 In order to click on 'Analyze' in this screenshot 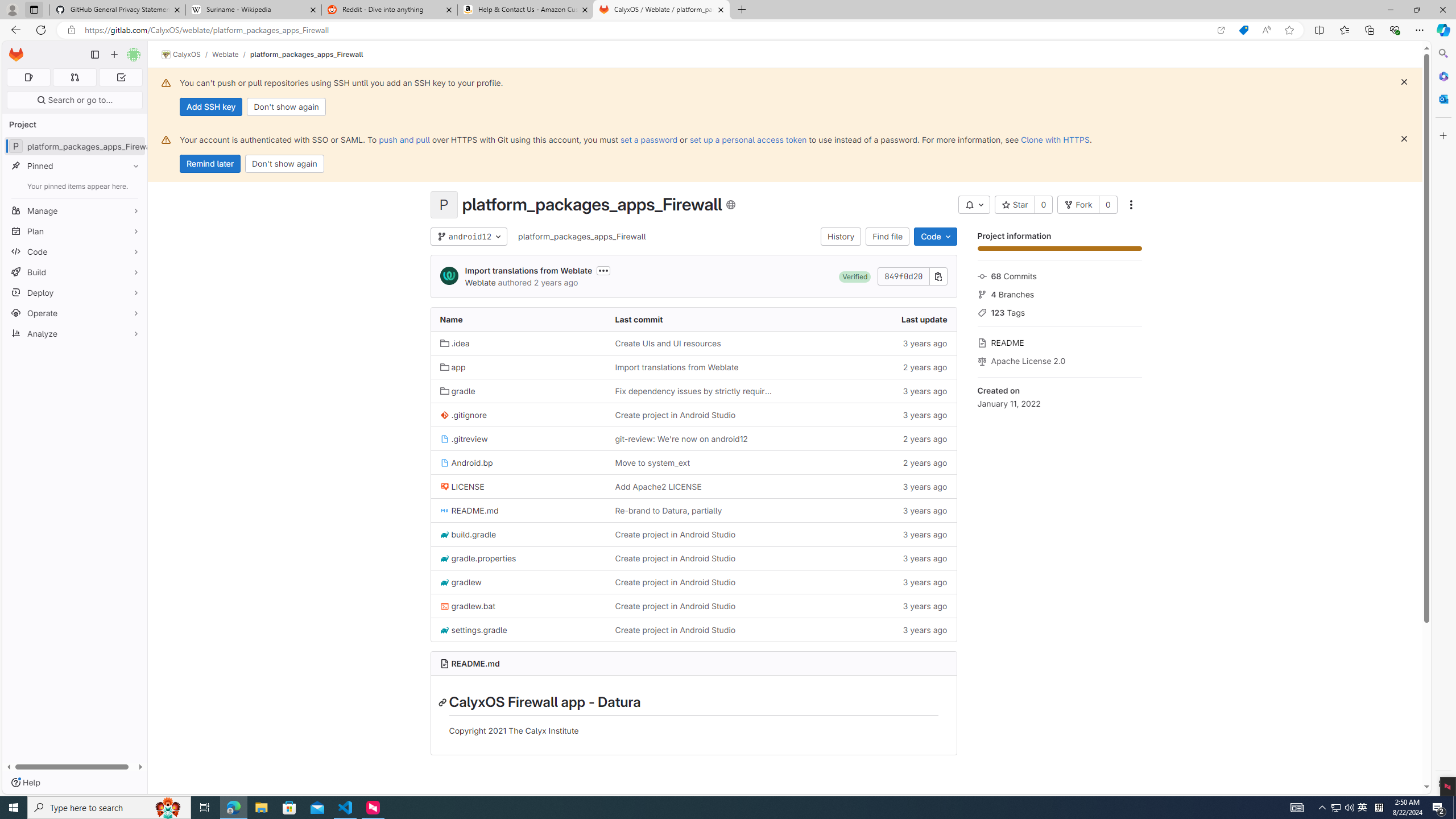, I will do `click(74, 333)`.